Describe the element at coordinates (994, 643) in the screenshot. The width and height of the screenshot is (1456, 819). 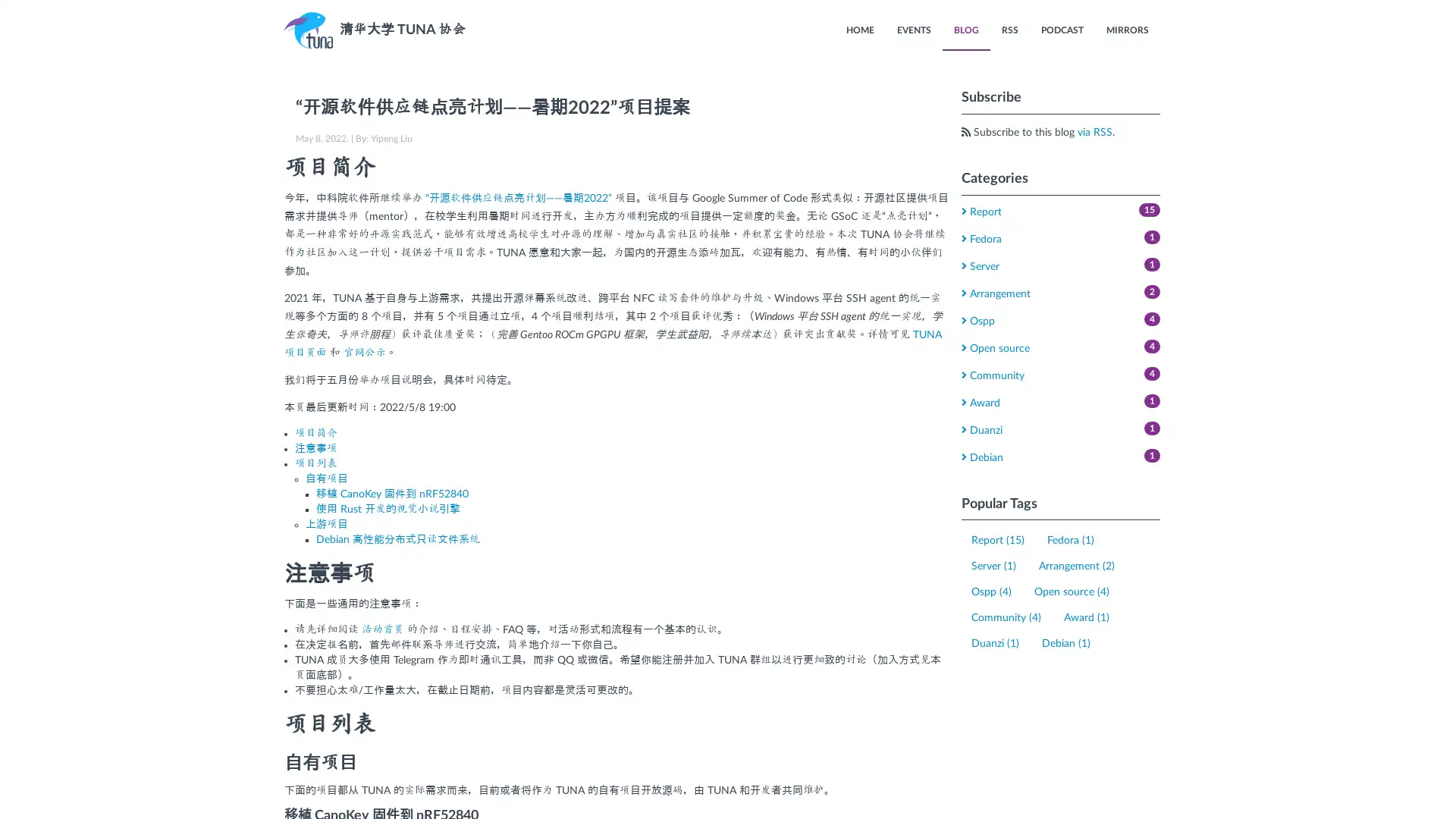
I see `Duanzi (1)` at that location.